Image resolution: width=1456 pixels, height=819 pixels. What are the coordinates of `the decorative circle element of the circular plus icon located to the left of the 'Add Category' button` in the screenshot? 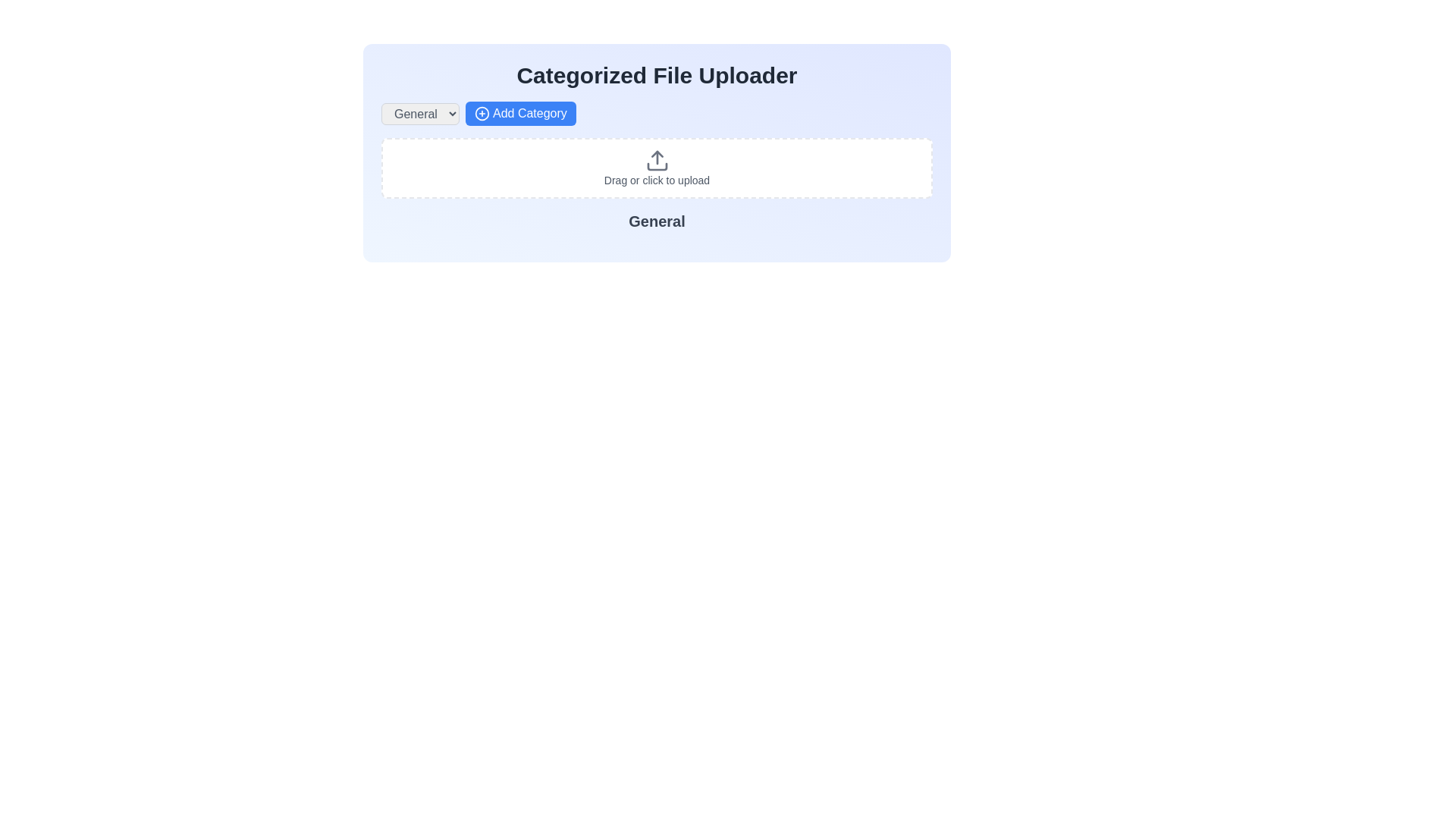 It's located at (481, 113).